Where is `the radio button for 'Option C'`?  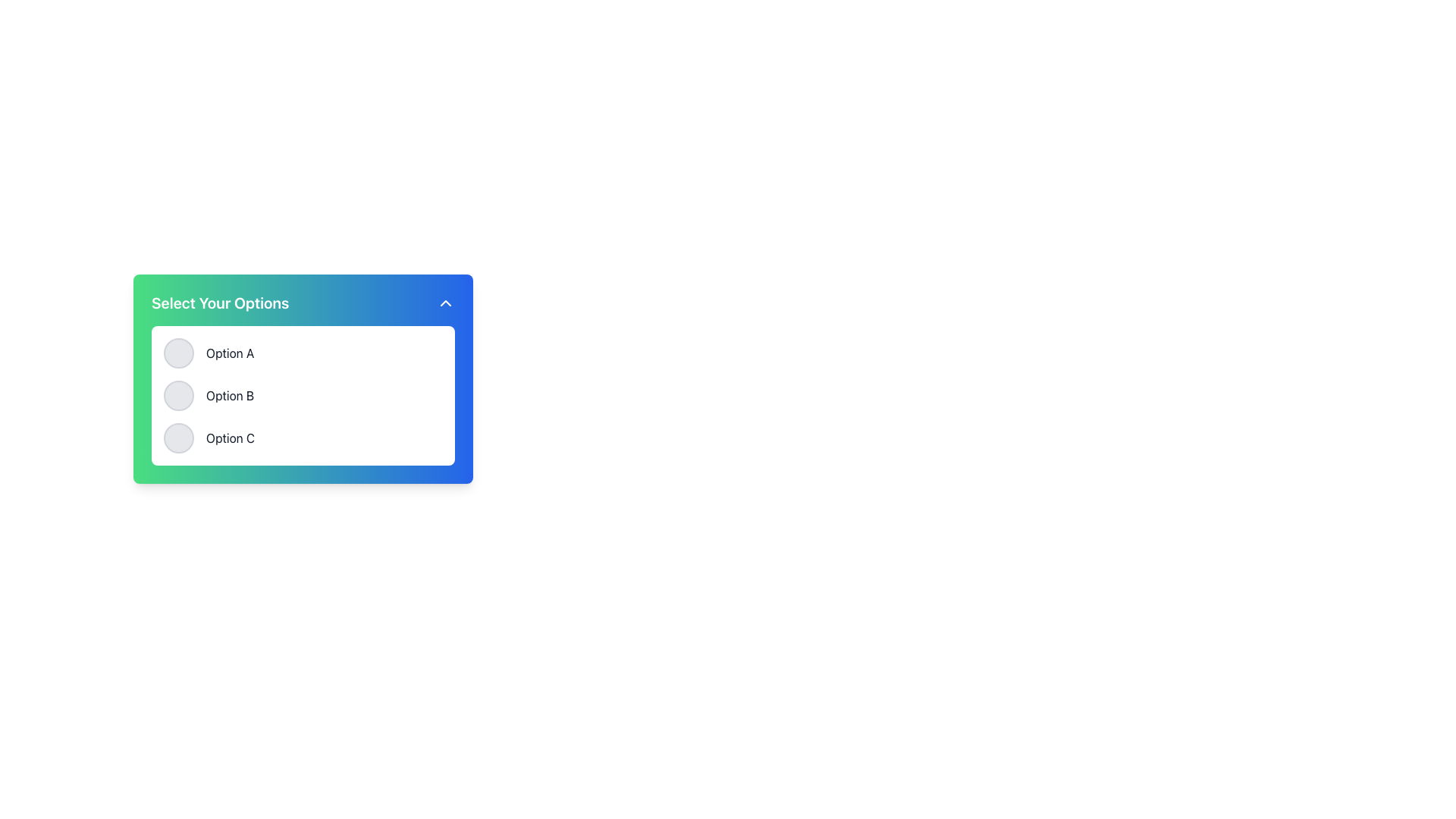
the radio button for 'Option C' is located at coordinates (178, 438).